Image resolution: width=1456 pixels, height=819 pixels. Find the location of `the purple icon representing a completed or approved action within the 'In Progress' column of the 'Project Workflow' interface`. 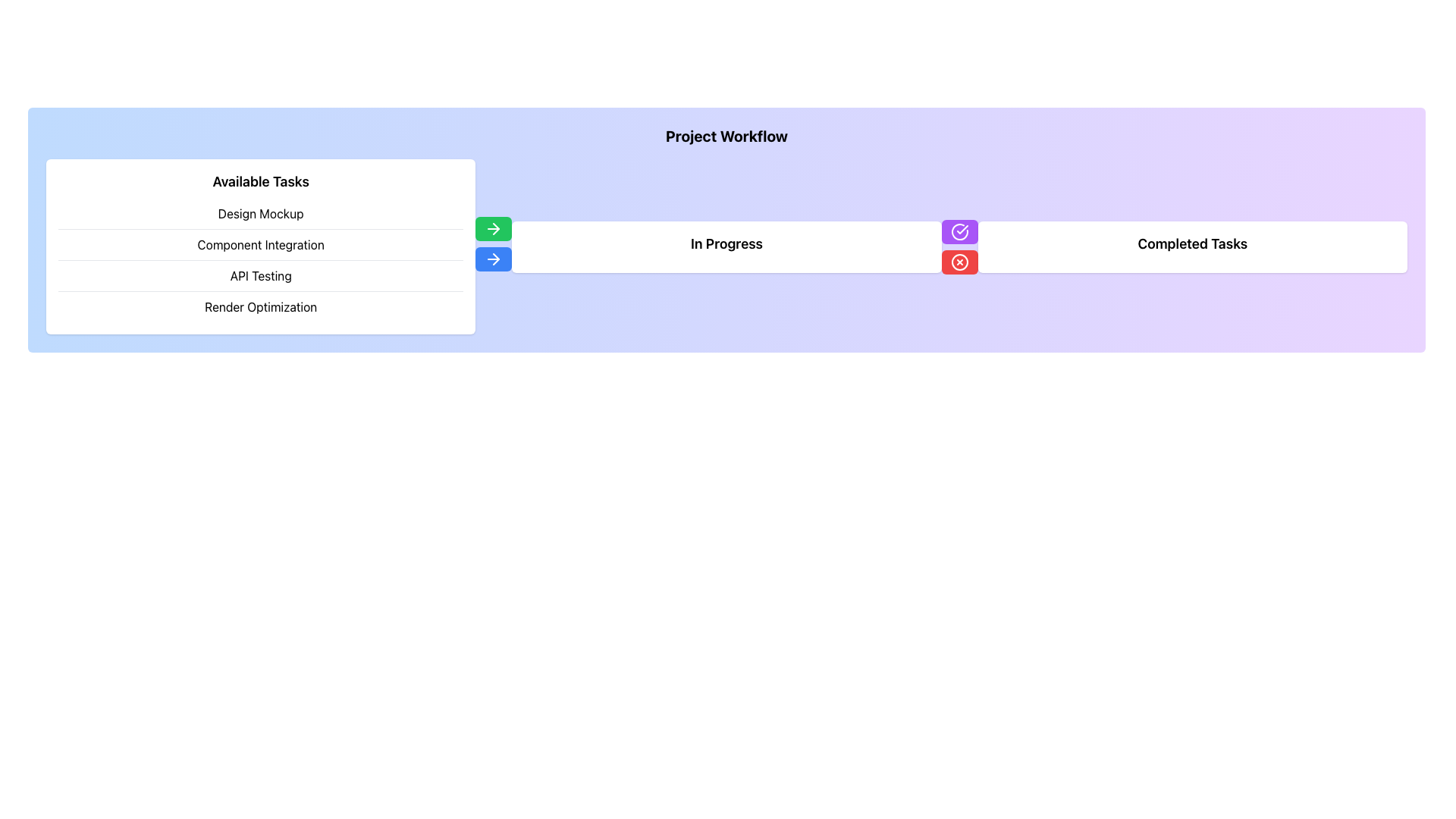

the purple icon representing a completed or approved action within the 'In Progress' column of the 'Project Workflow' interface is located at coordinates (961, 228).